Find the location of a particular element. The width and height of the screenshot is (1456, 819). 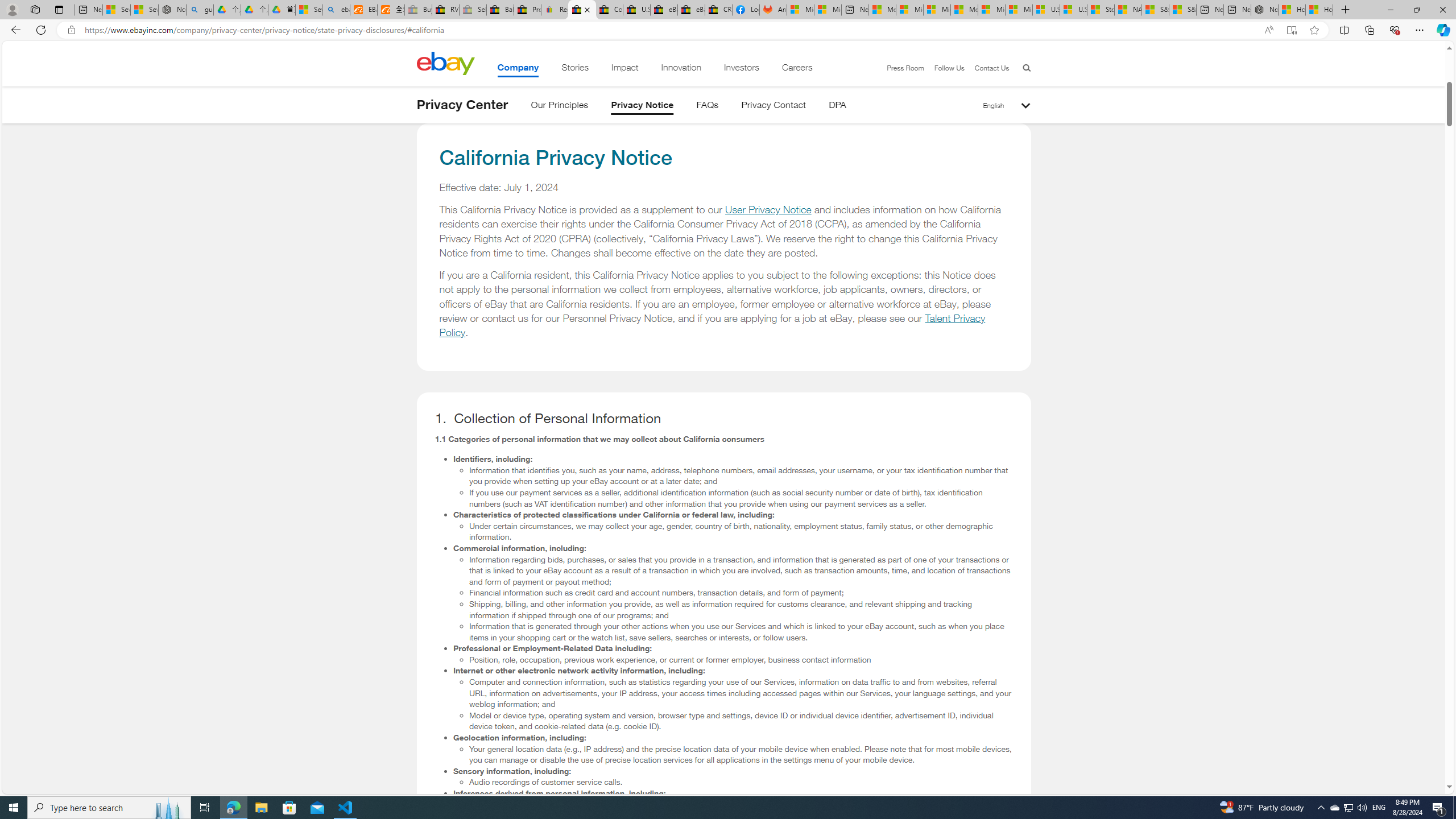

'eBay Inc. Reports Third Quarter 2023 Results' is located at coordinates (691, 9).